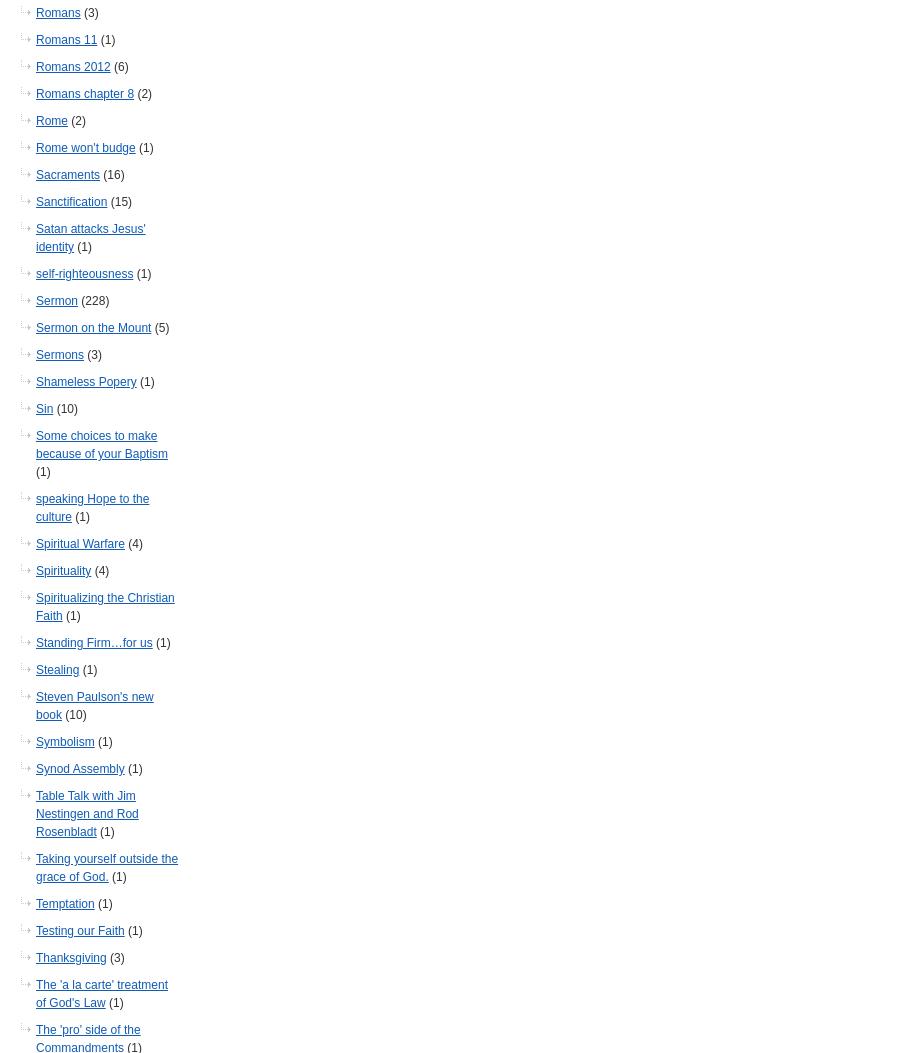 The height and width of the screenshot is (1053, 904). I want to click on 'Romans chapter 8', so click(84, 93).